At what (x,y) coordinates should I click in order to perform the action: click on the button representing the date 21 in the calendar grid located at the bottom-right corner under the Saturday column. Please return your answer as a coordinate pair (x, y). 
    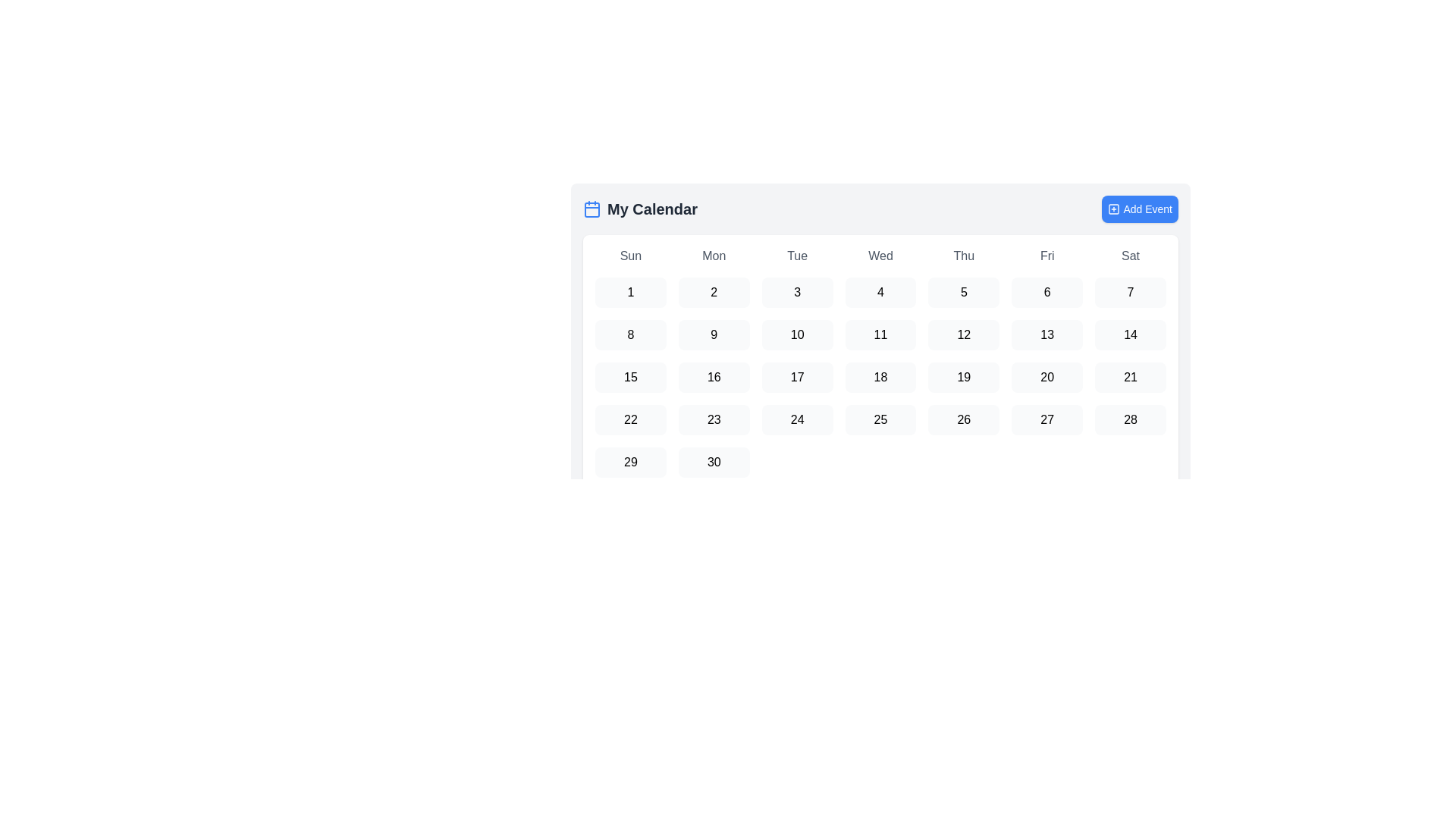
    Looking at the image, I should click on (1131, 376).